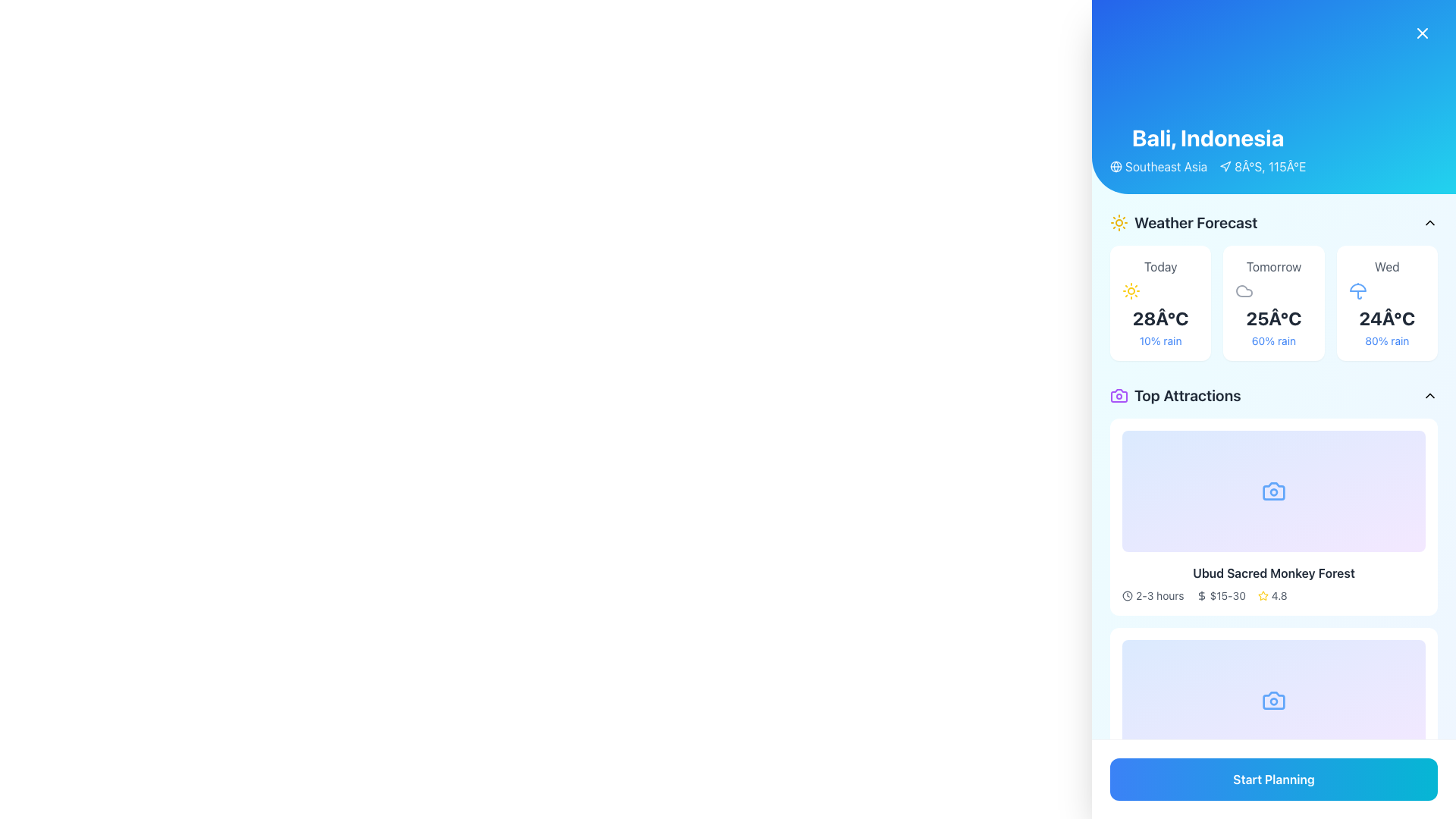 The width and height of the screenshot is (1456, 819). Describe the element at coordinates (1221, 804) in the screenshot. I see `price range displayed as '$15-30' in the label located between the '2-3 hours' text and the '4.8' rating text for the Ubud Sacred Monkey Forest` at that location.